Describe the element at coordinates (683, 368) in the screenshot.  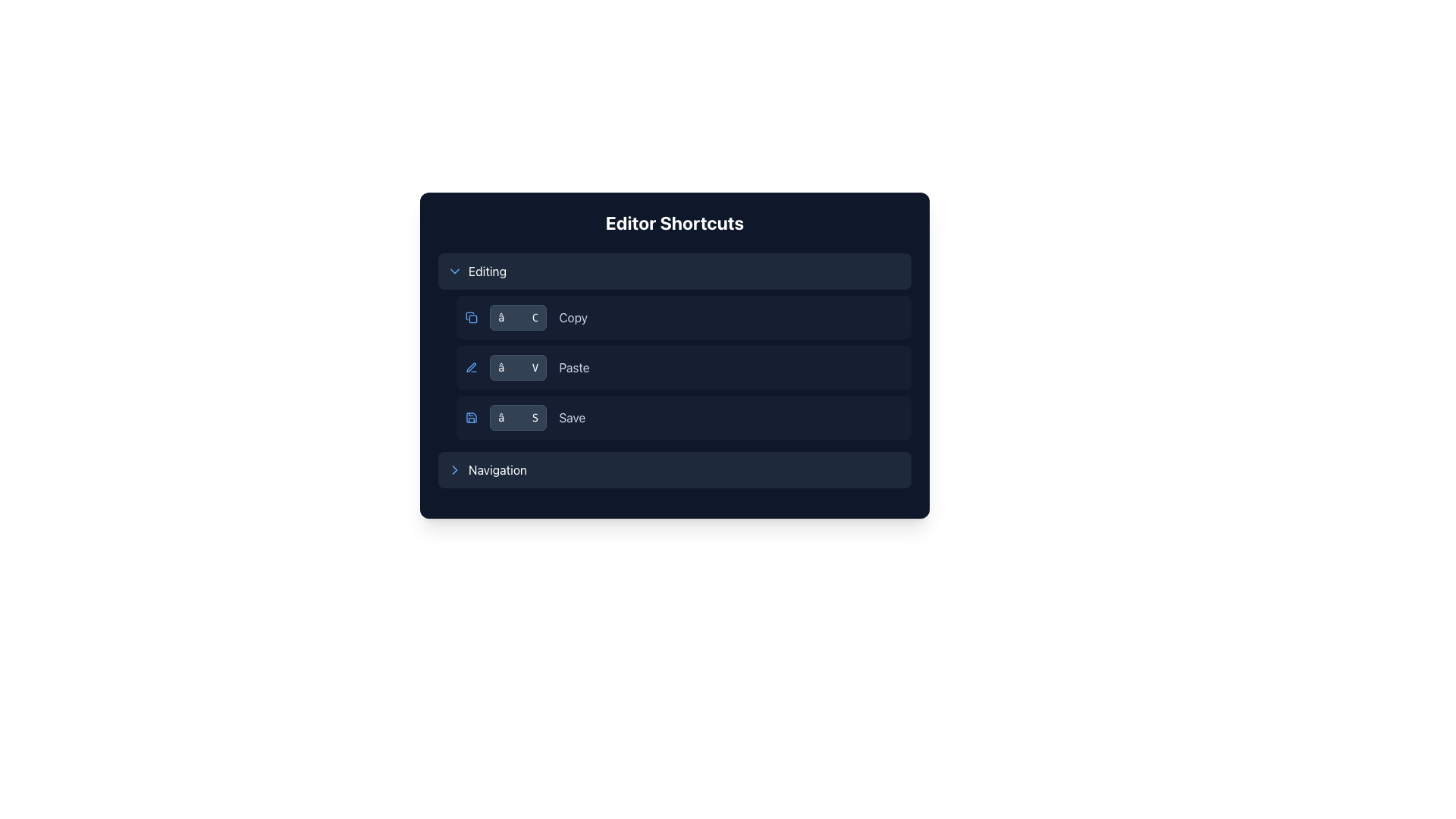
I see `the 'Paste' button in the 'Editor Shortcuts' section, which has a dark background and rounded corners, positioned between 'Copy' and 'Save'` at that location.